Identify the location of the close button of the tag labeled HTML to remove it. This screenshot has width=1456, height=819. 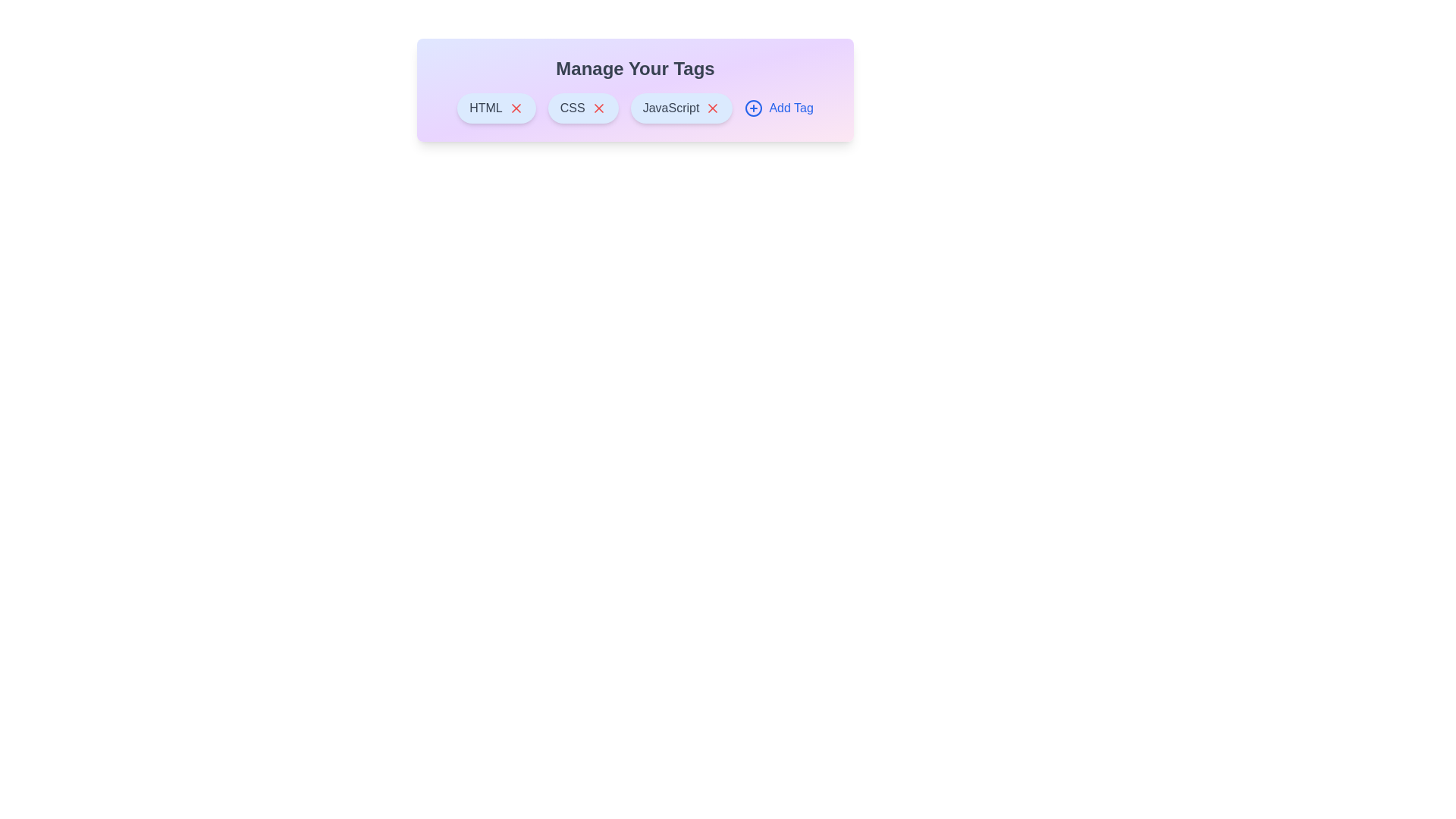
(516, 107).